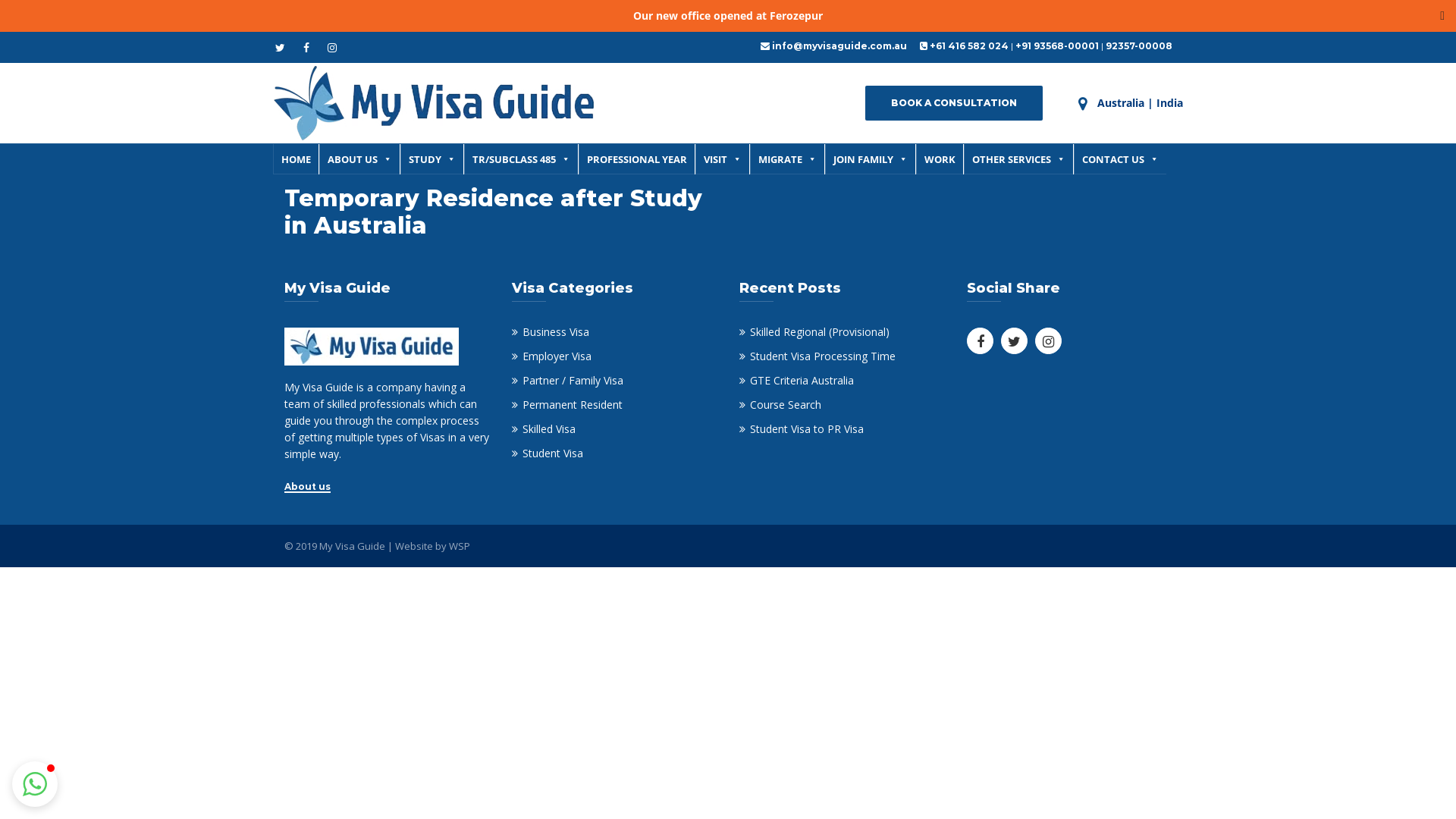  I want to click on 'Skilled Regional (Provisional)', so click(739, 331).